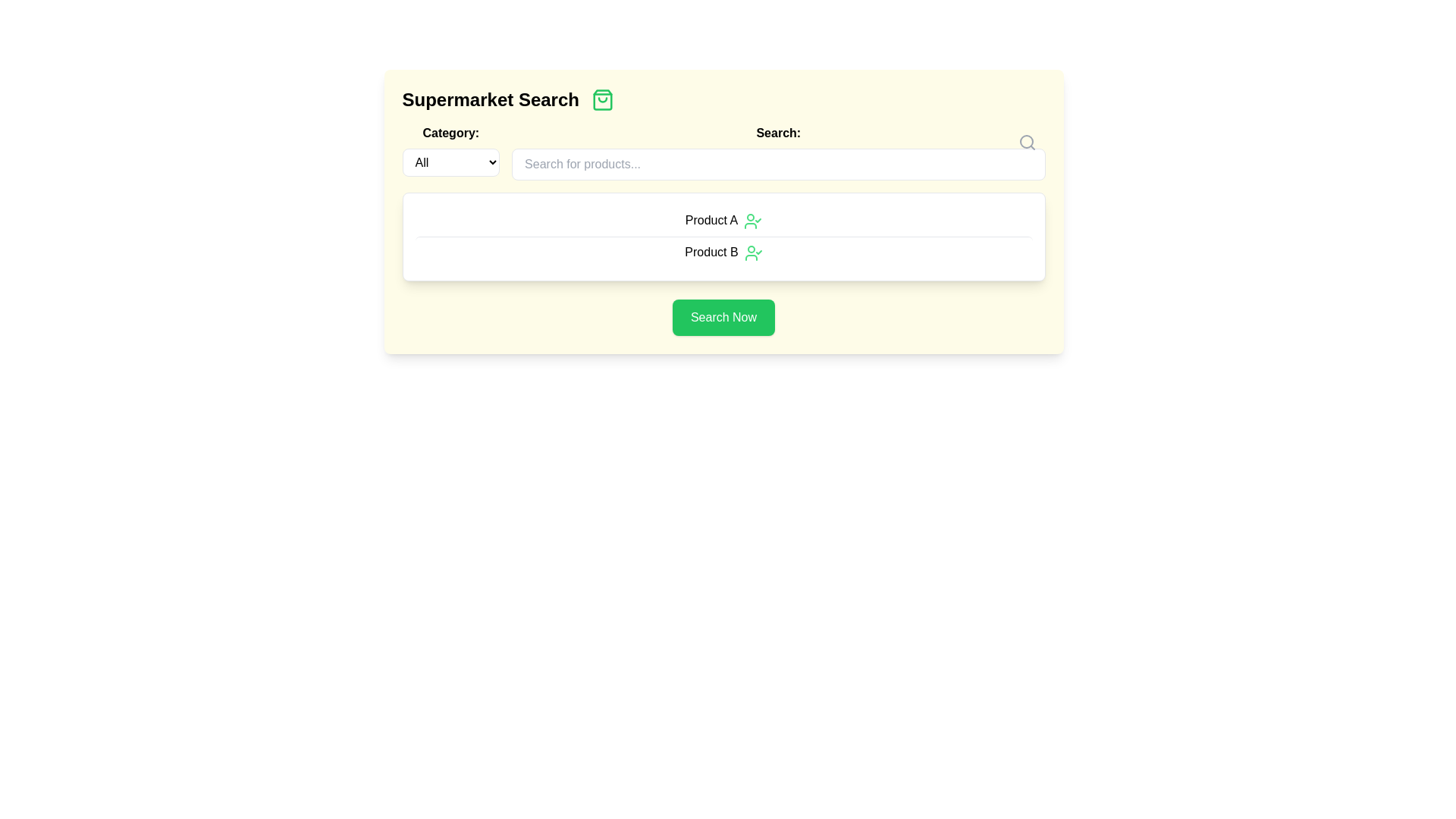  I want to click on the product name in the List or Menu Section which displays 'Product A' and 'Product B' with user icons, so click(723, 237).